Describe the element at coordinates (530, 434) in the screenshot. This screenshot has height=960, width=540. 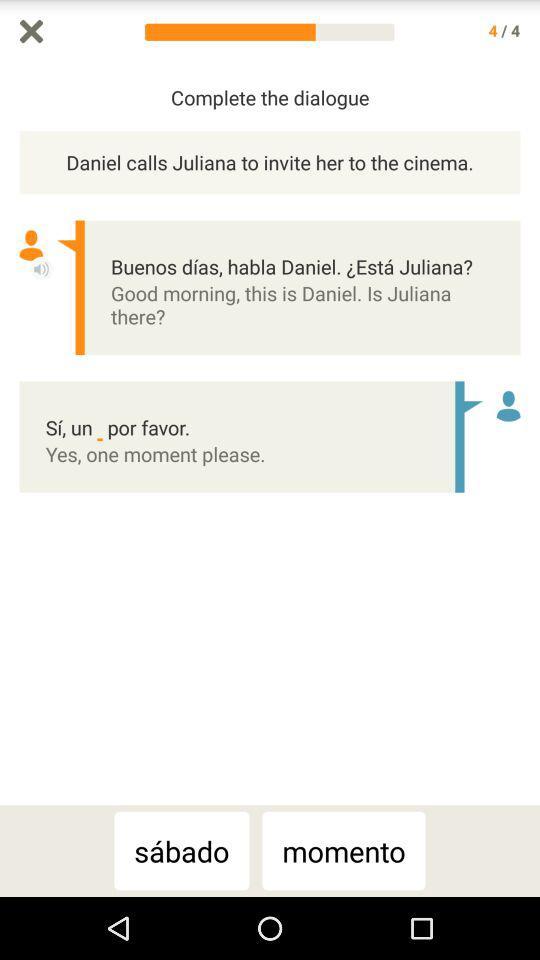
I see `the icon to the right of the daniel calls juliana` at that location.